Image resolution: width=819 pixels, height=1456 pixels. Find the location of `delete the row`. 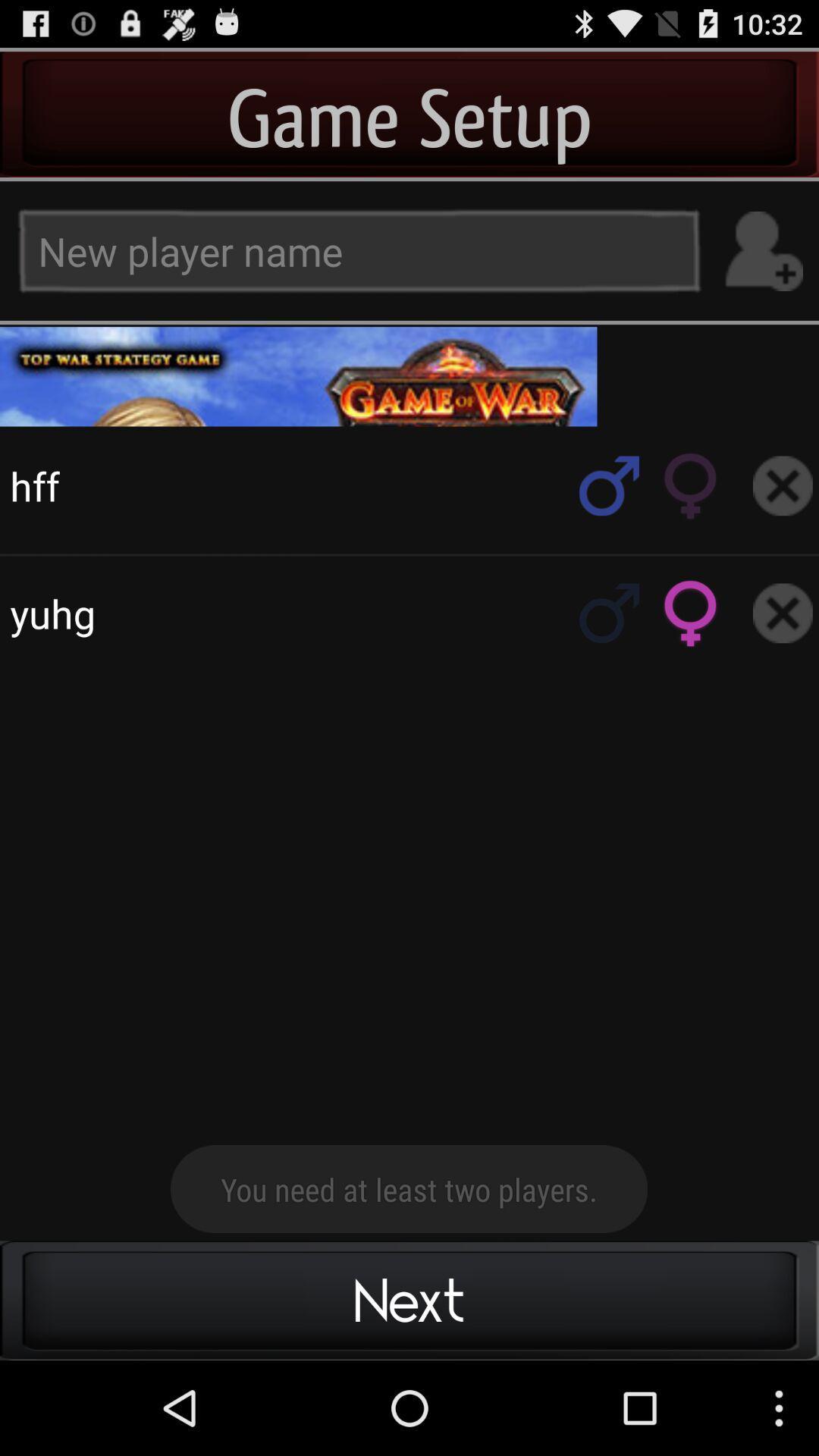

delete the row is located at coordinates (783, 613).